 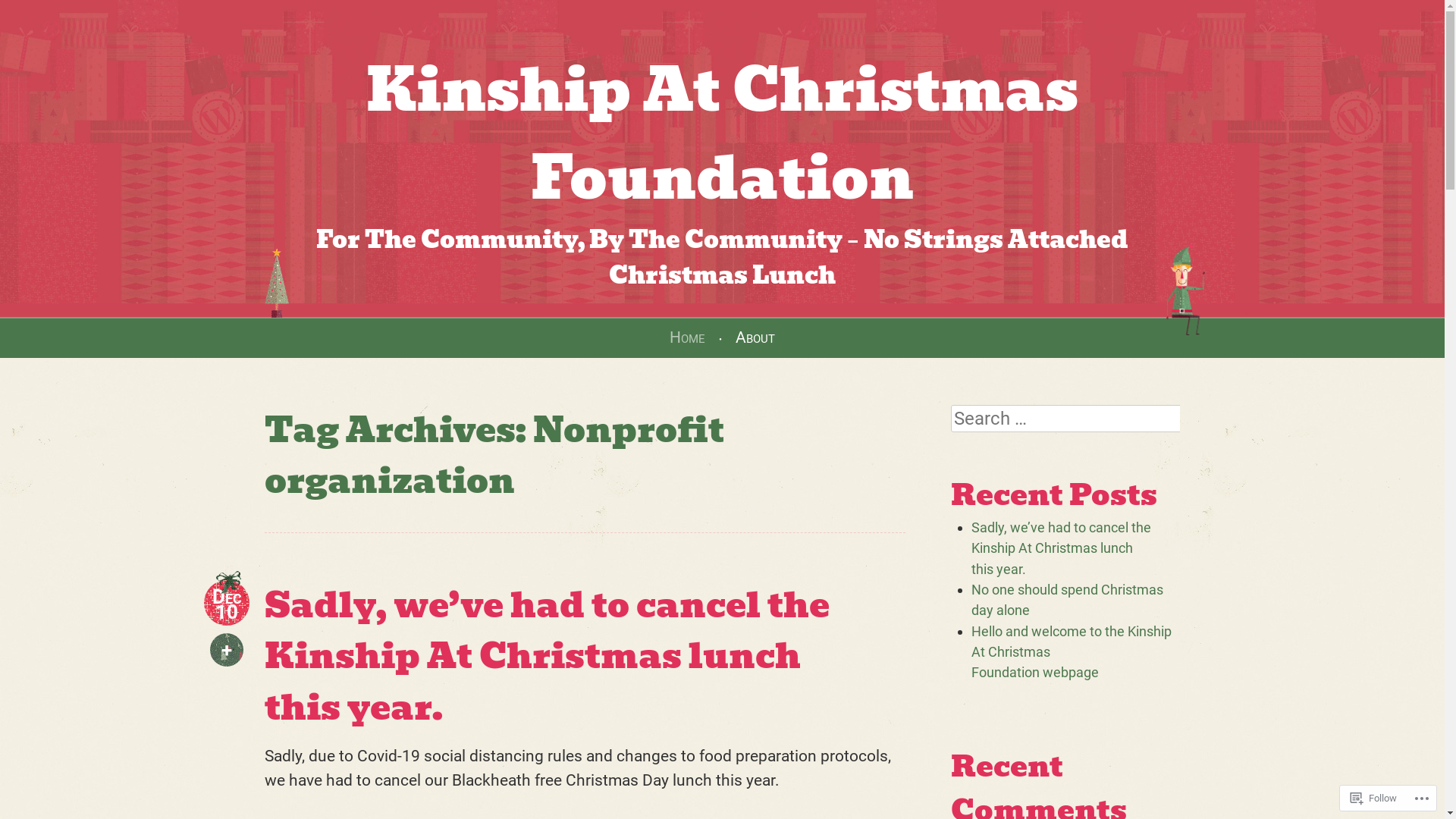 What do you see at coordinates (1373, 797) in the screenshot?
I see `'Follow'` at bounding box center [1373, 797].